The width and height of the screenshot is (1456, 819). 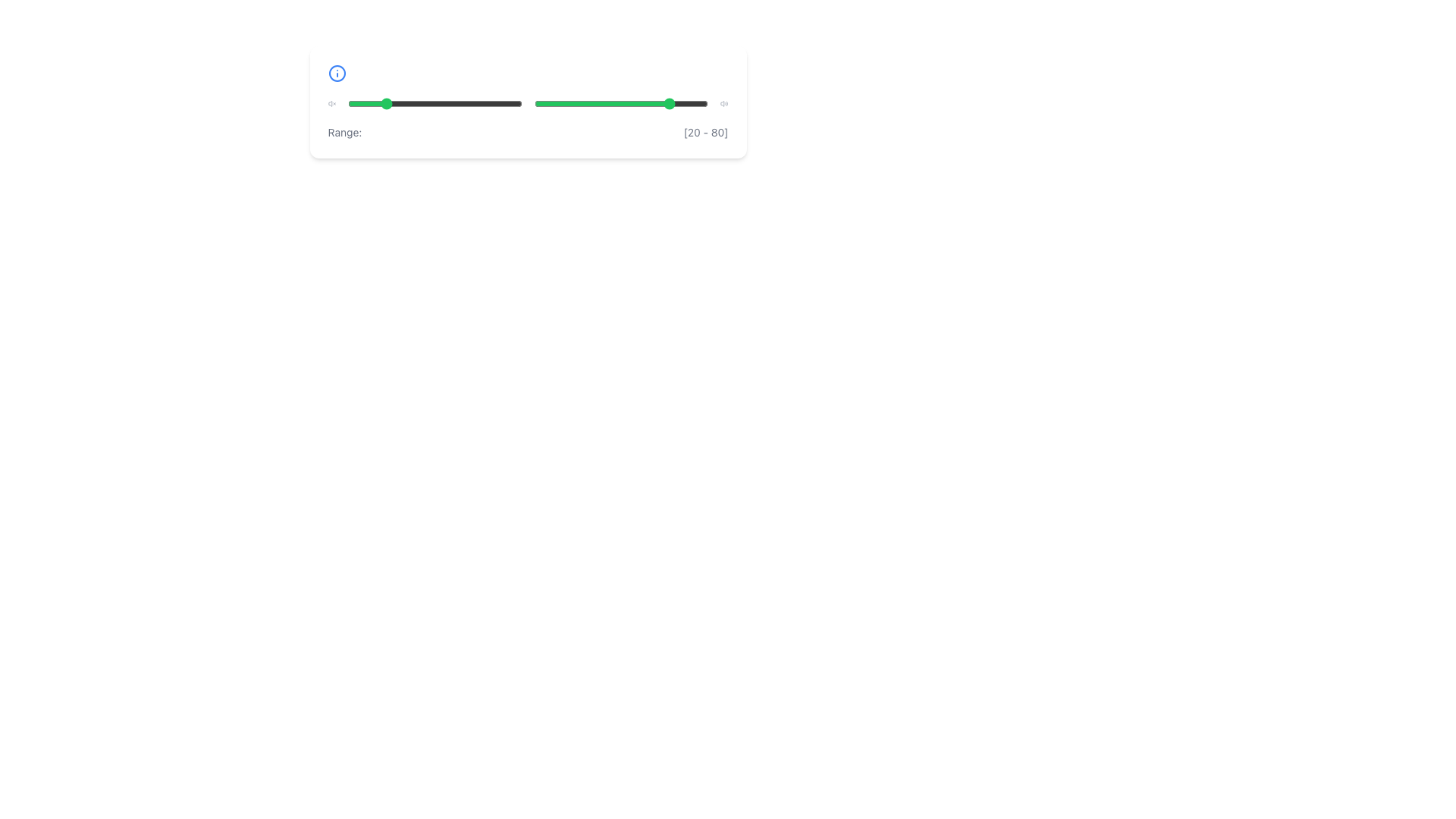 I want to click on the slider value, so click(x=542, y=103).